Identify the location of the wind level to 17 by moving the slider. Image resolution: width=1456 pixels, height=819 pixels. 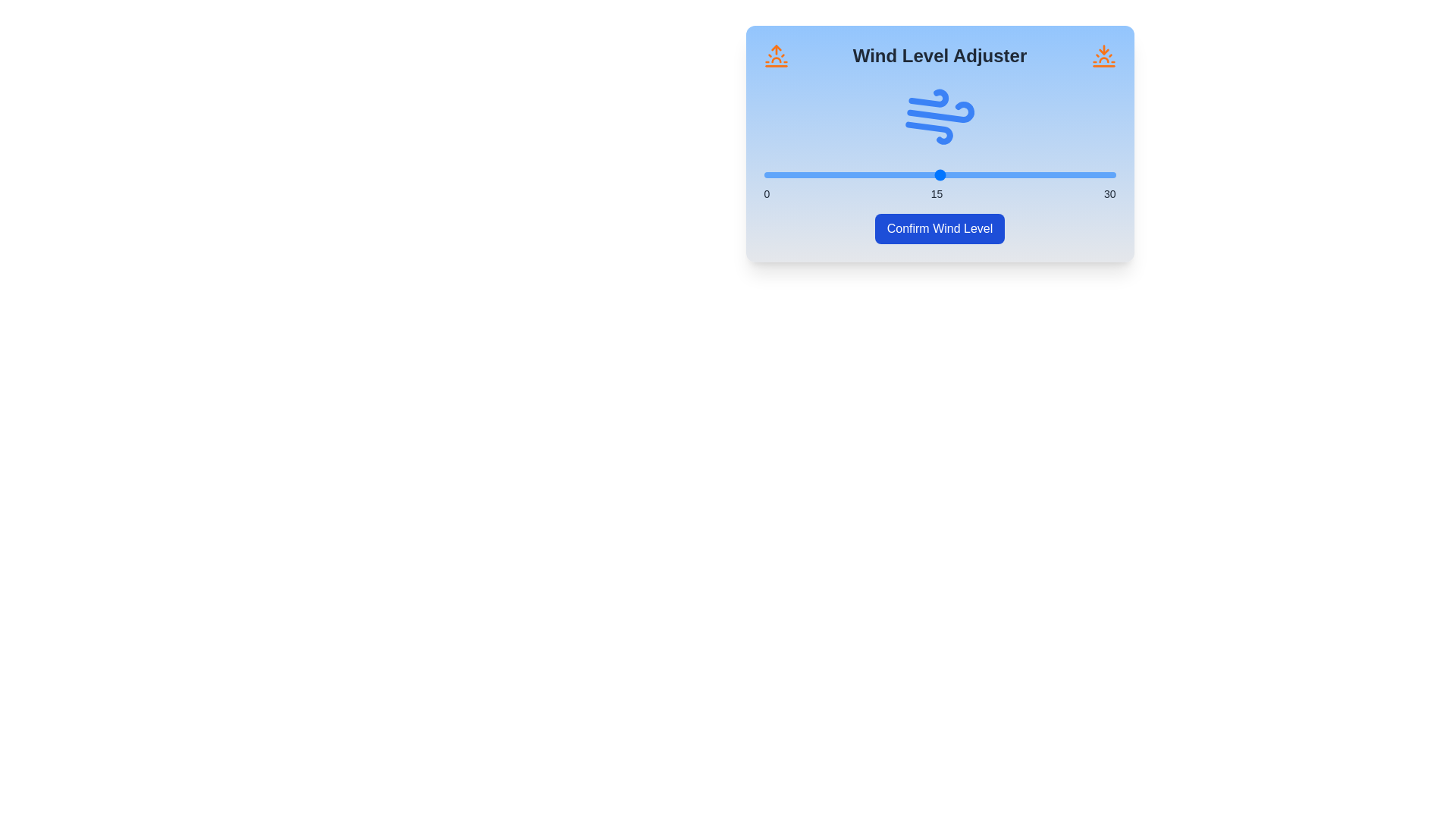
(962, 174).